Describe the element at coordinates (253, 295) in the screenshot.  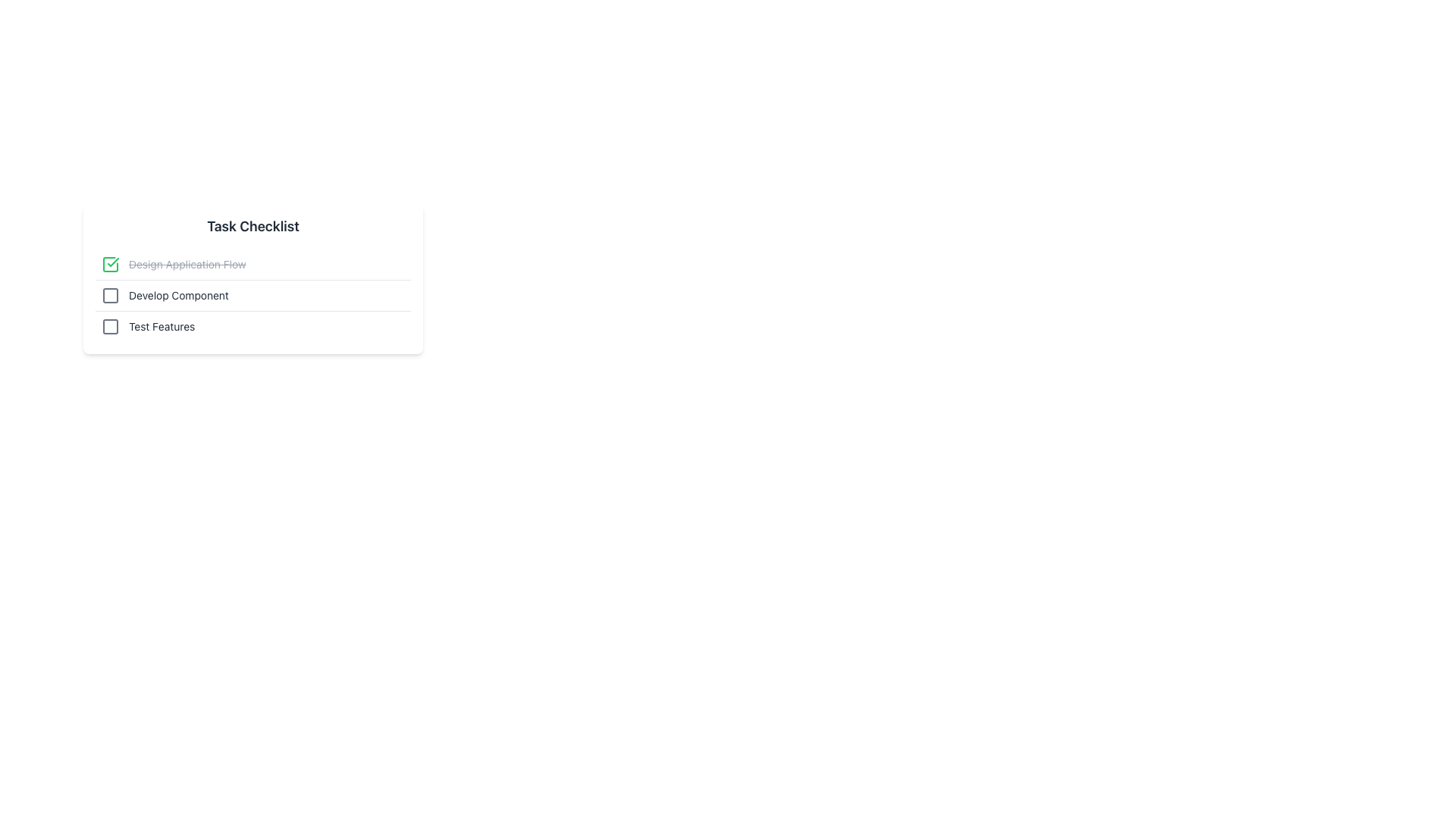
I see `the checkbox of the second checklist item labeled 'Develop Component'` at that location.